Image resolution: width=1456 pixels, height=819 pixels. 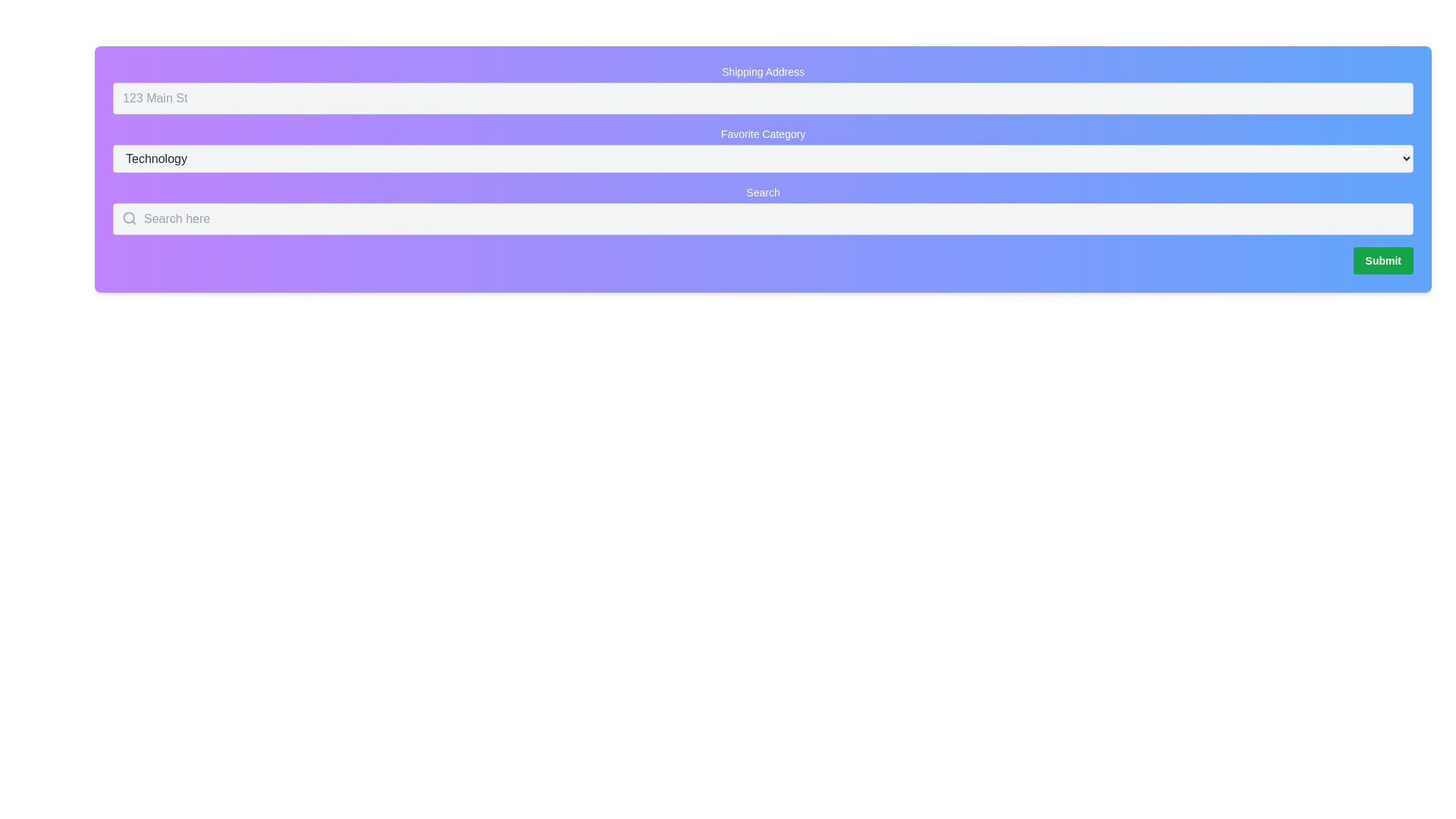 I want to click on the dropdown menu positioned between the 'Shipping Address' section above and the 'Search' section below, so click(x=763, y=149).